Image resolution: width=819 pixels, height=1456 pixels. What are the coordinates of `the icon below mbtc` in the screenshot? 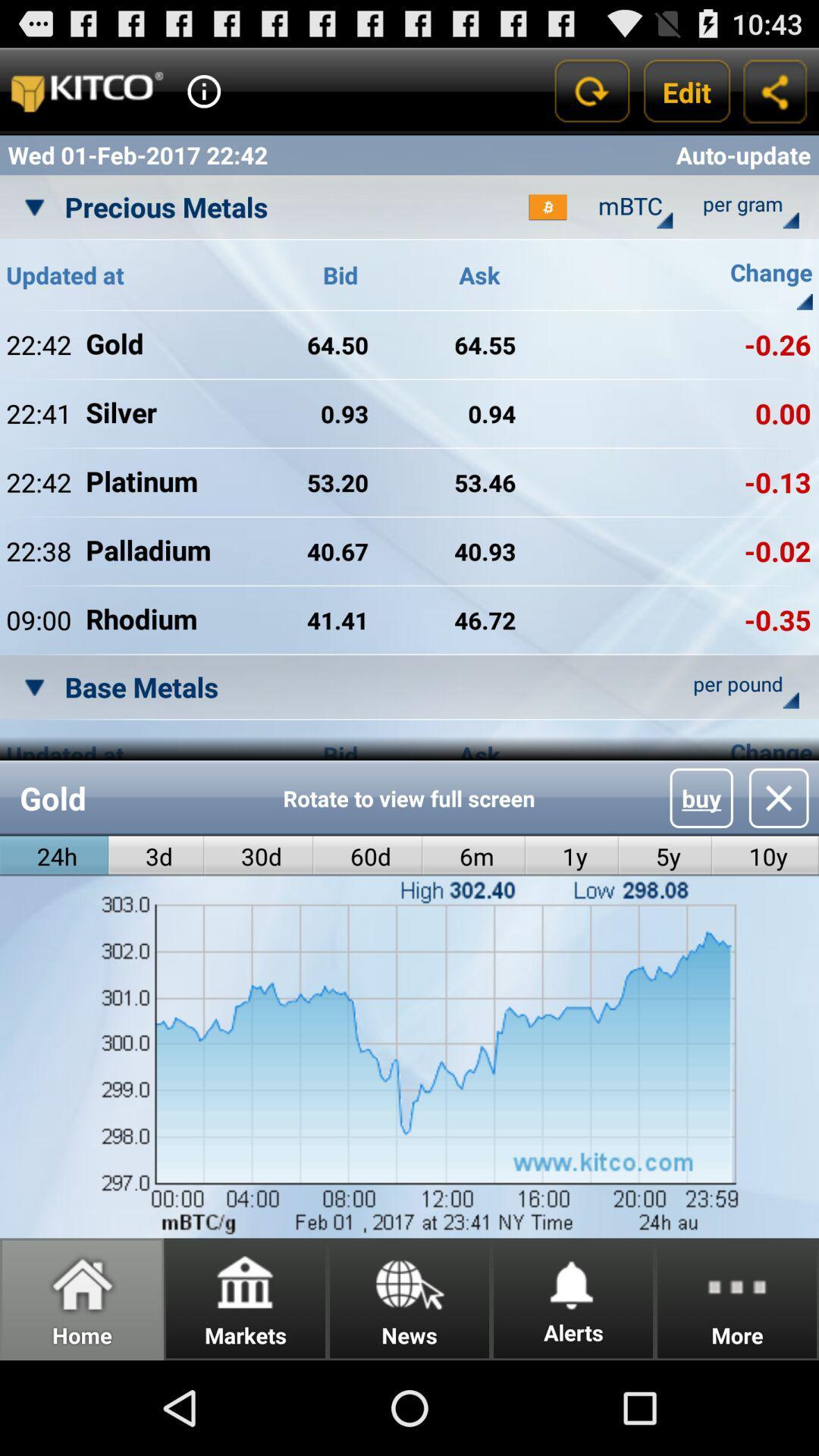 It's located at (664, 220).